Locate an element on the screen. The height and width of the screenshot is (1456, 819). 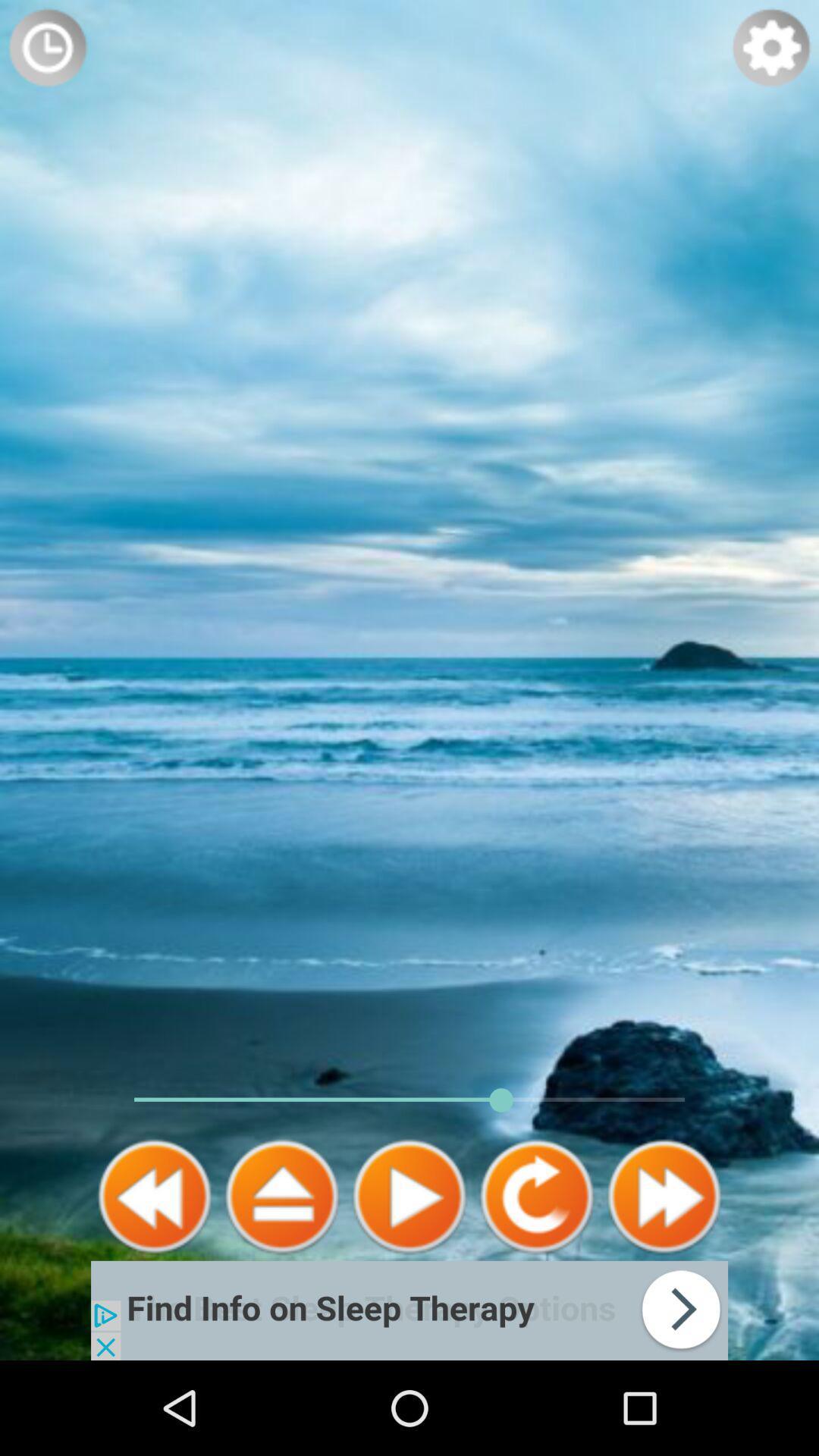
show settings is located at coordinates (771, 47).